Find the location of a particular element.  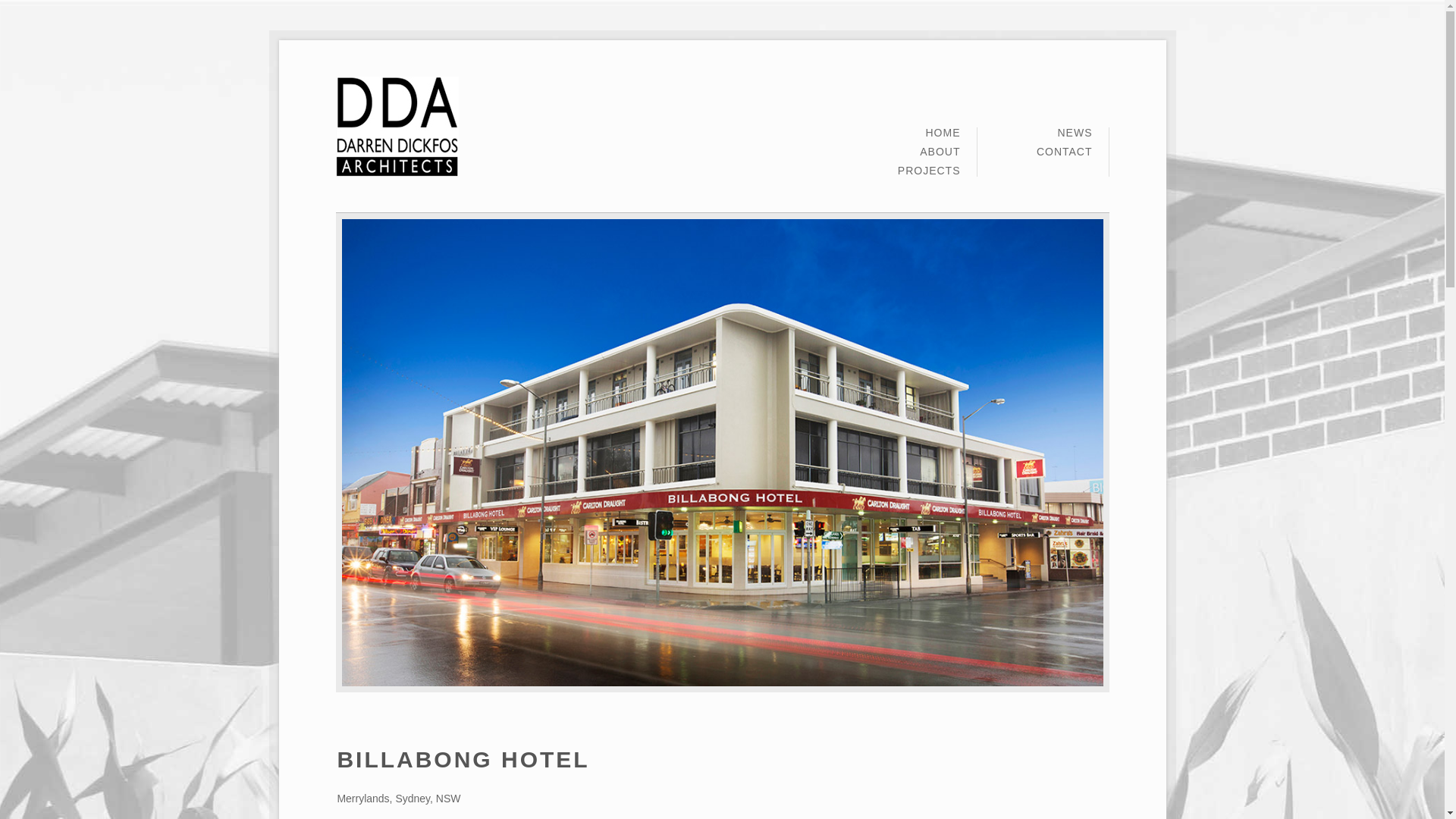

'Darren Dickfos Architects' is located at coordinates (334, 125).